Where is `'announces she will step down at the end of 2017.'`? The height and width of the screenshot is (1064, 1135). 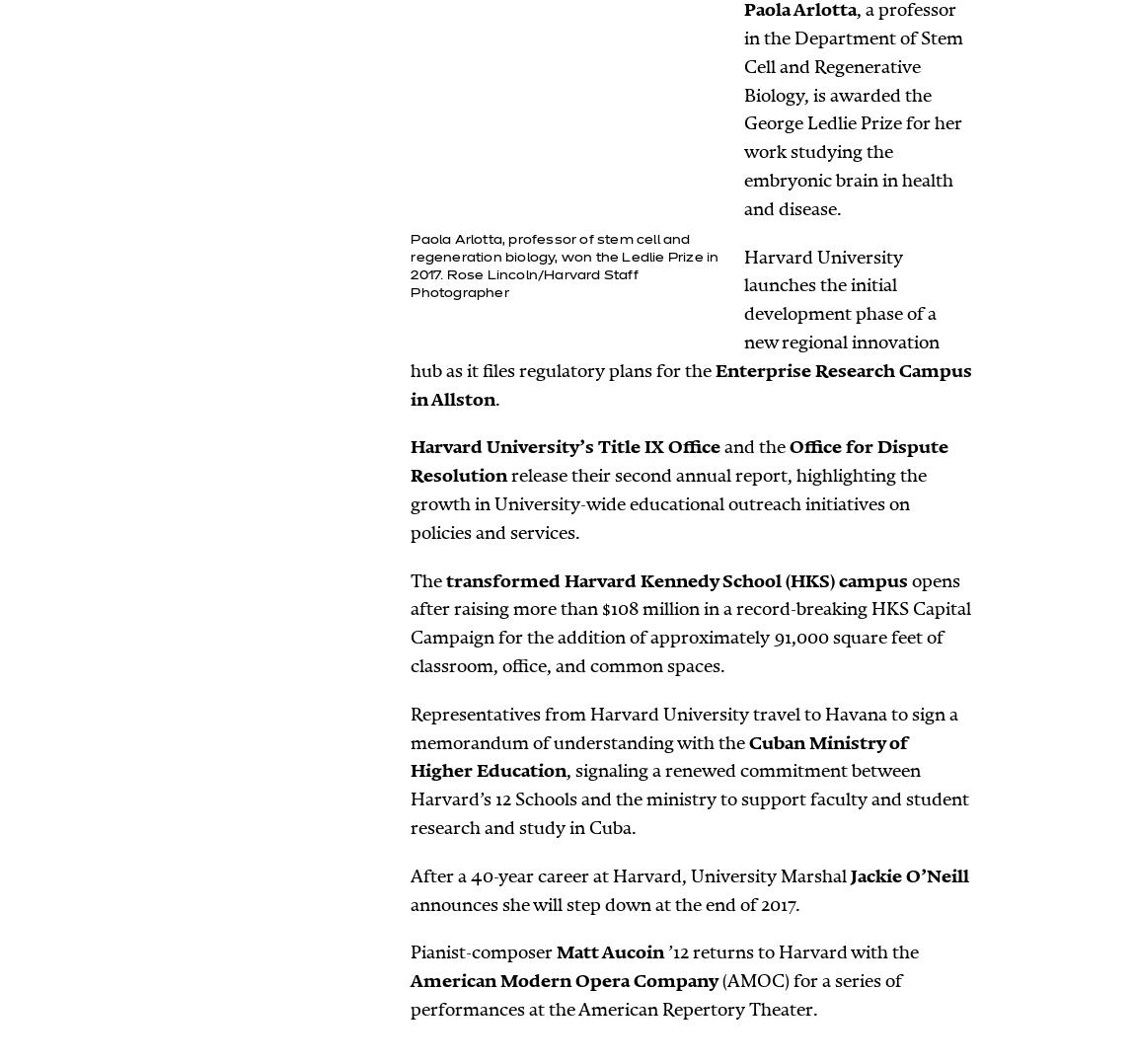 'announces she will step down at the end of 2017.' is located at coordinates (410, 903).